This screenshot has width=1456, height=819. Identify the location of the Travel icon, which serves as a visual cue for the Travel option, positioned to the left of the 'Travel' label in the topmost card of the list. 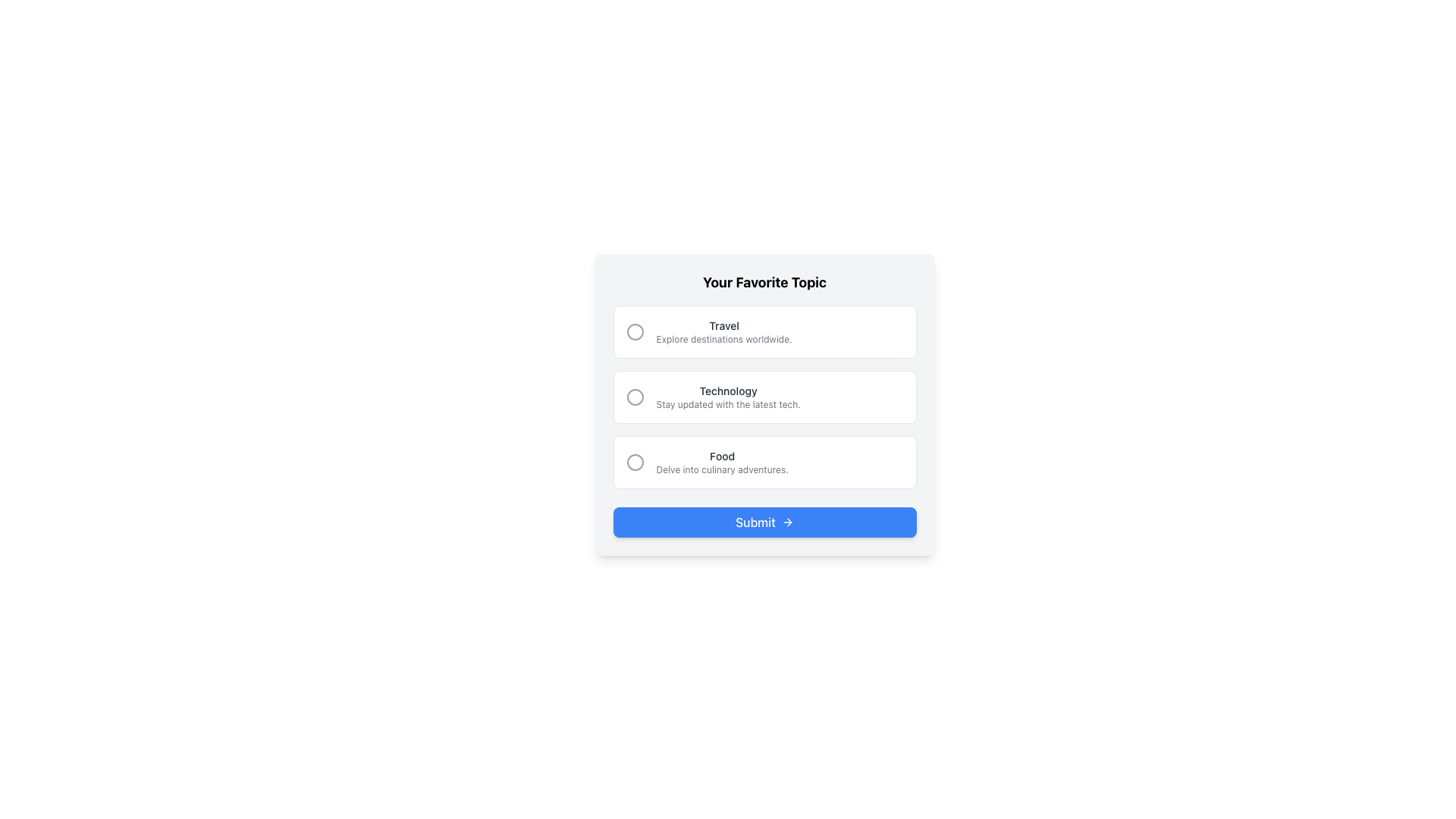
(635, 331).